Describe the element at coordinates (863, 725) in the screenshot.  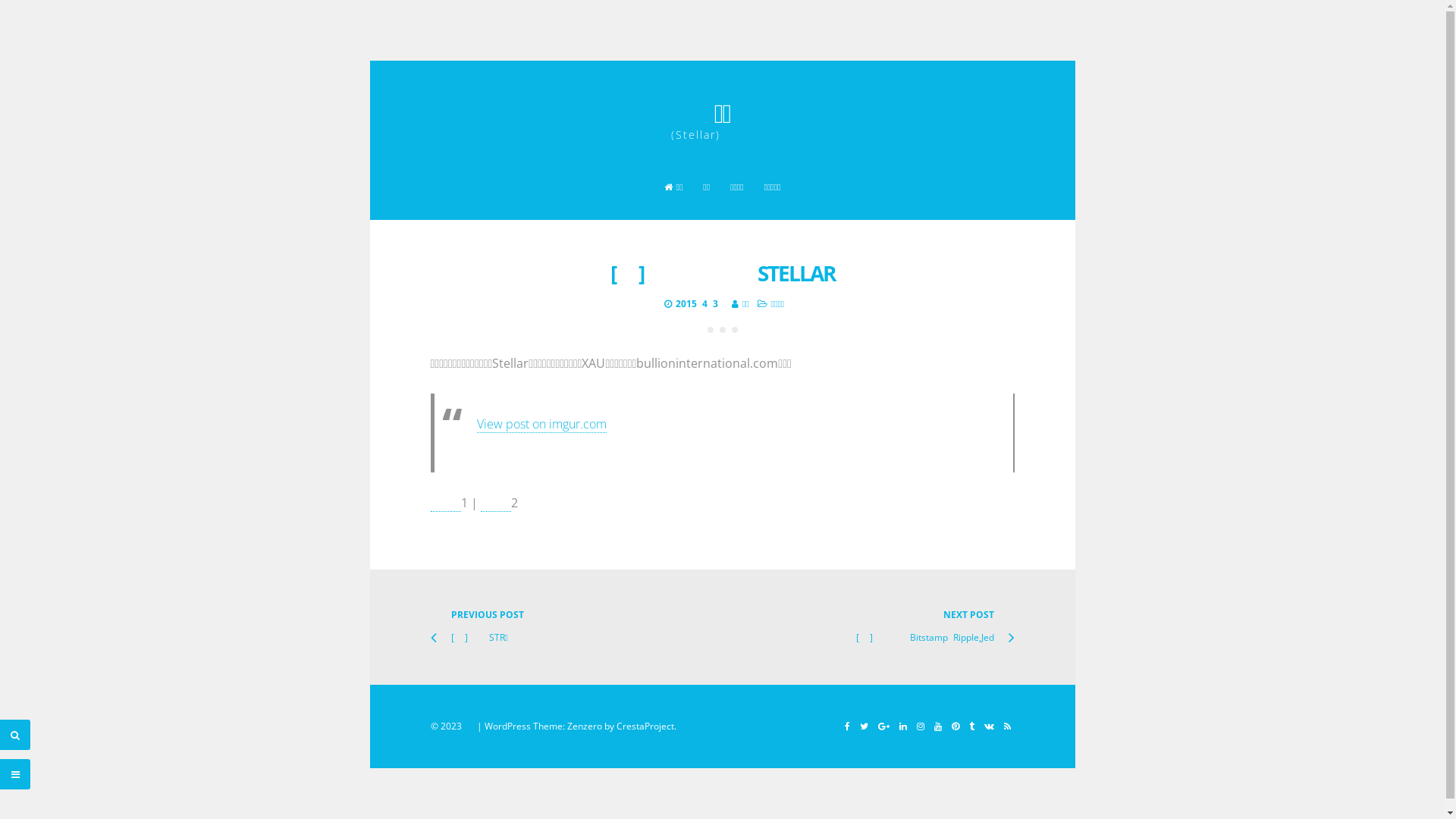
I see `'Twitter'` at that location.